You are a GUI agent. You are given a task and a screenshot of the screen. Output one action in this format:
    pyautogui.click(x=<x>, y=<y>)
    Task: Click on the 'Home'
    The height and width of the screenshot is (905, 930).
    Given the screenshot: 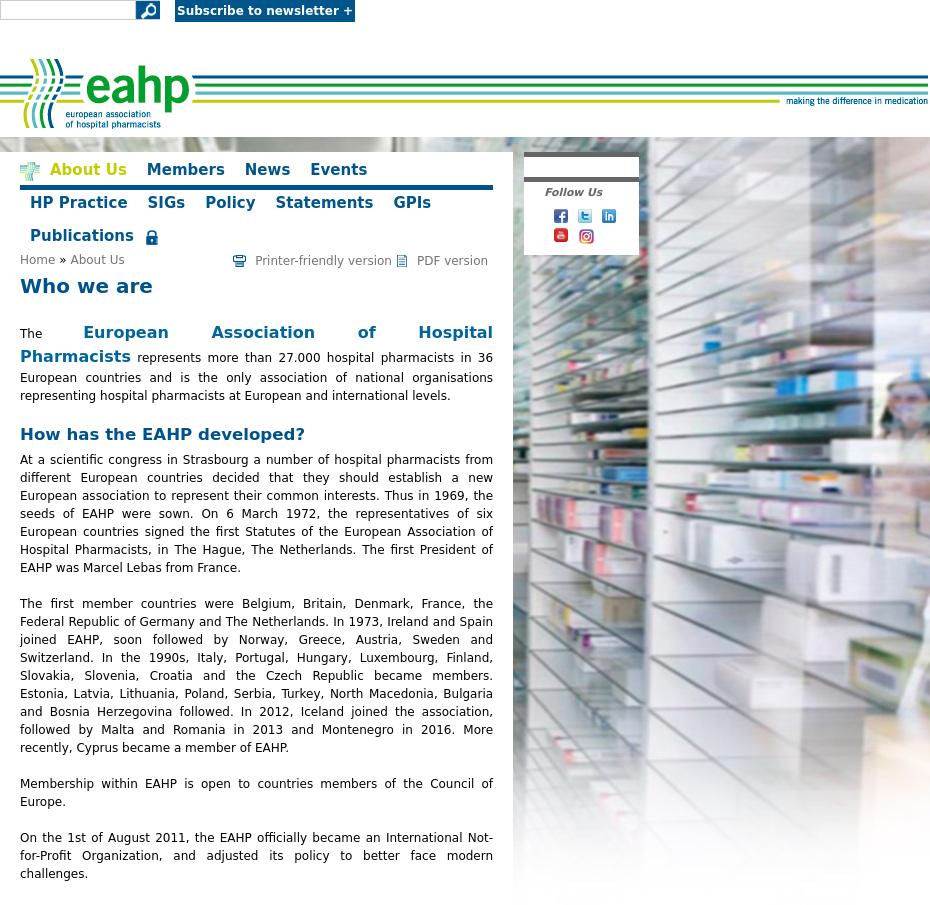 What is the action you would take?
    pyautogui.click(x=36, y=260)
    